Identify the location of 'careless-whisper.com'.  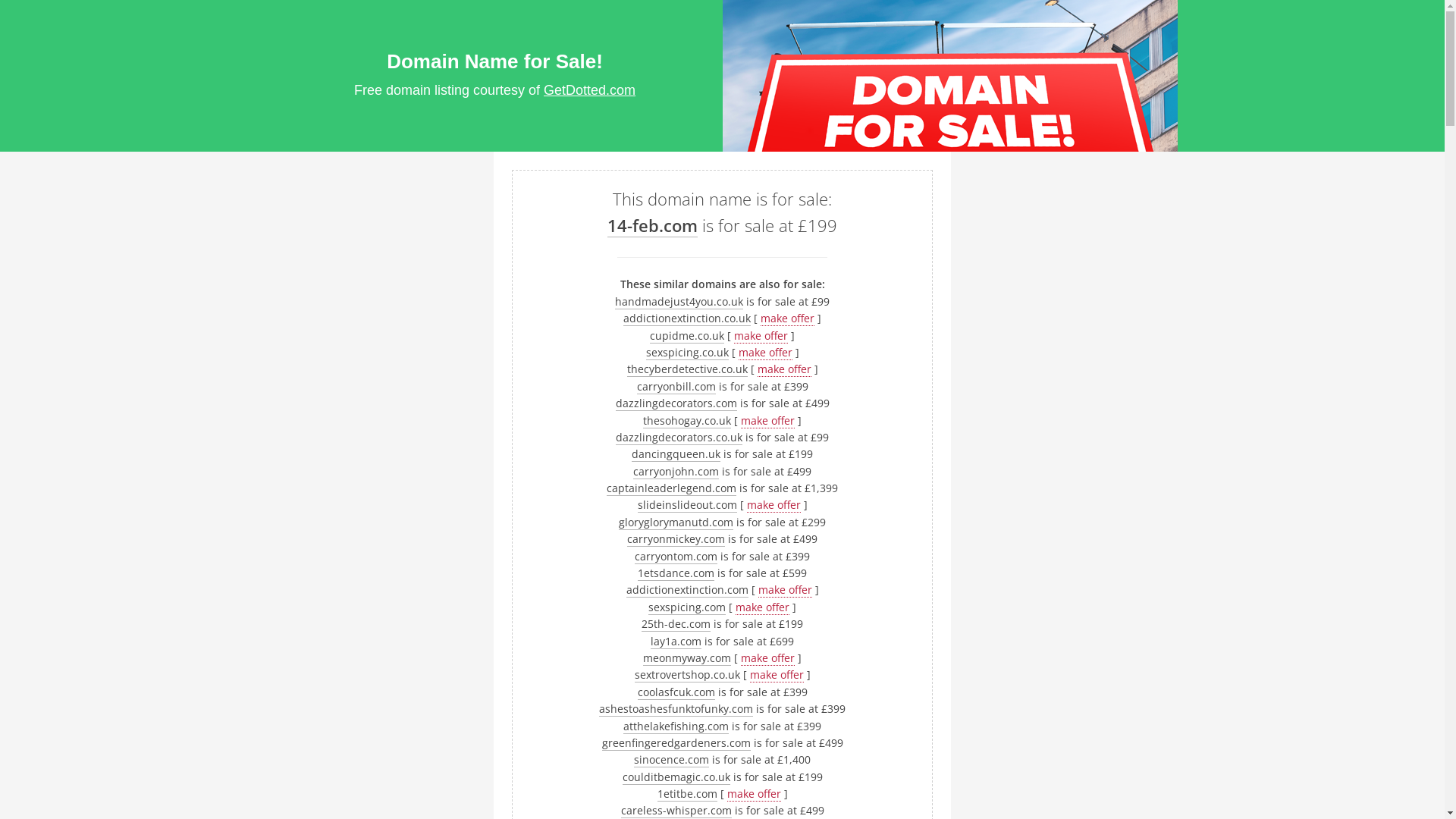
(675, 809).